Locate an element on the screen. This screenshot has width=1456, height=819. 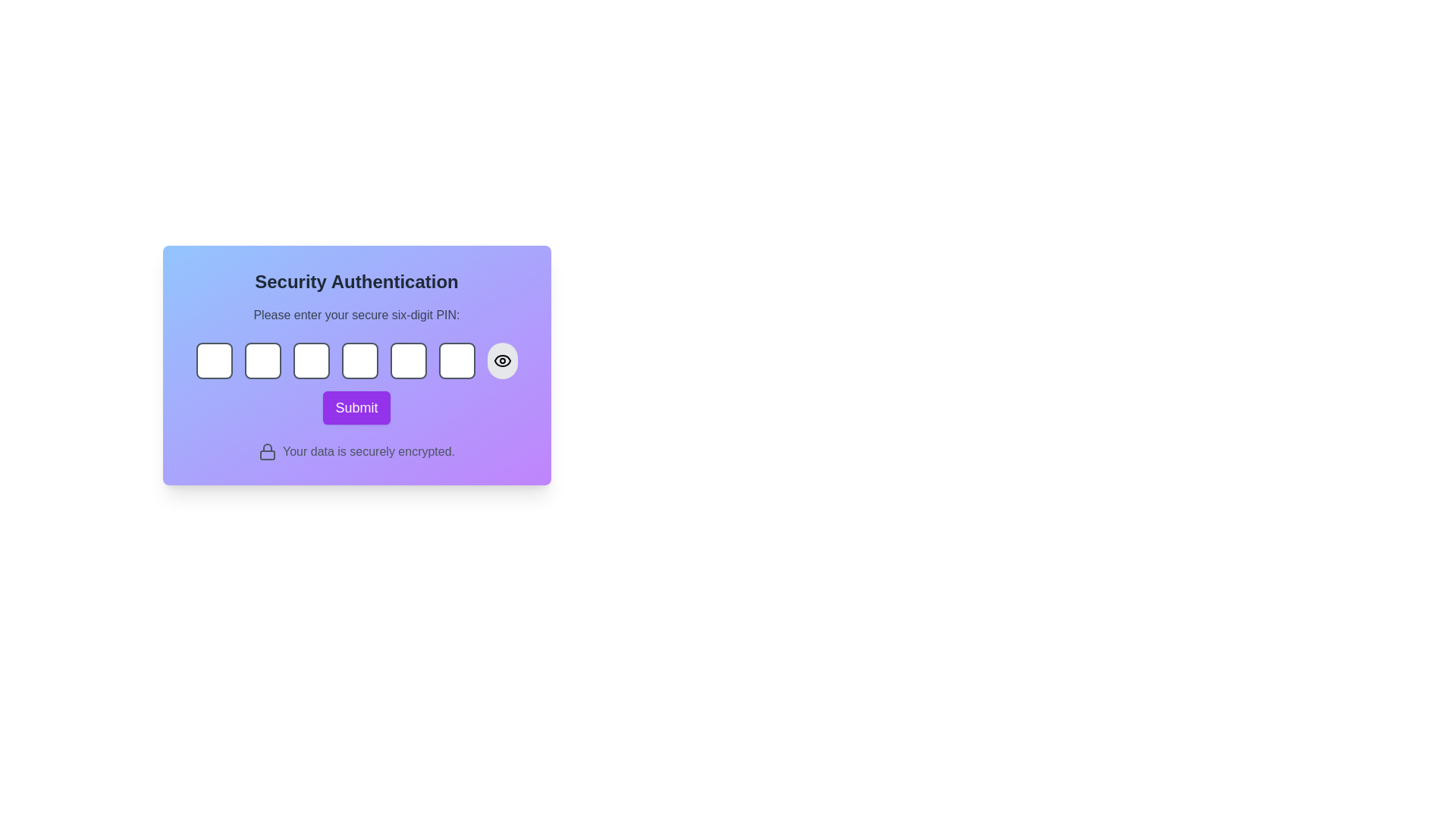
the fifth password input field to focus on it for entering a secure PIN code as part of multi-factor authentication is located at coordinates (408, 360).